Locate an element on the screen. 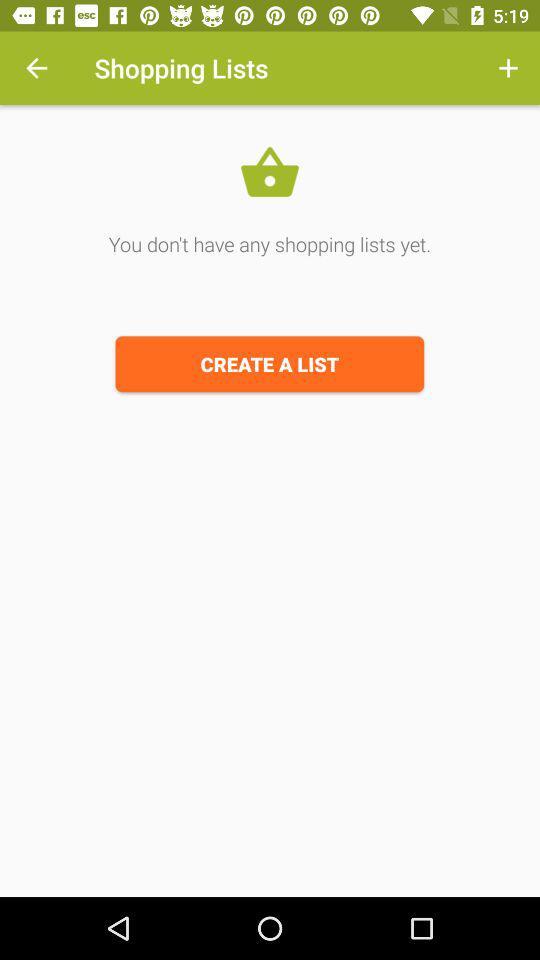 The width and height of the screenshot is (540, 960). the item at the top left corner is located at coordinates (36, 68).